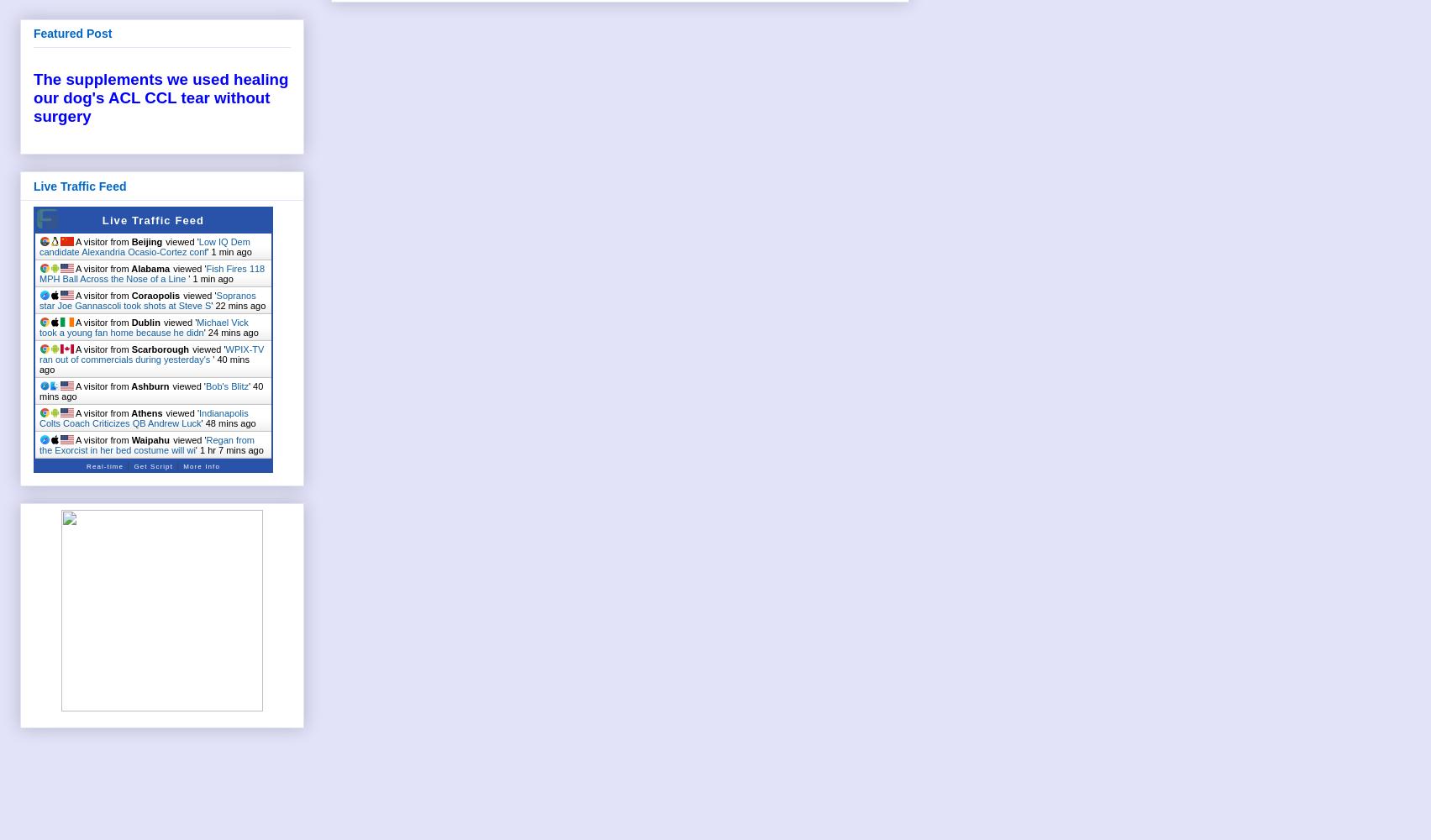 The width and height of the screenshot is (1431, 840). Describe the element at coordinates (146, 444) in the screenshot. I see `'Regan from the Exorcist in her bed costume will wi'` at that location.